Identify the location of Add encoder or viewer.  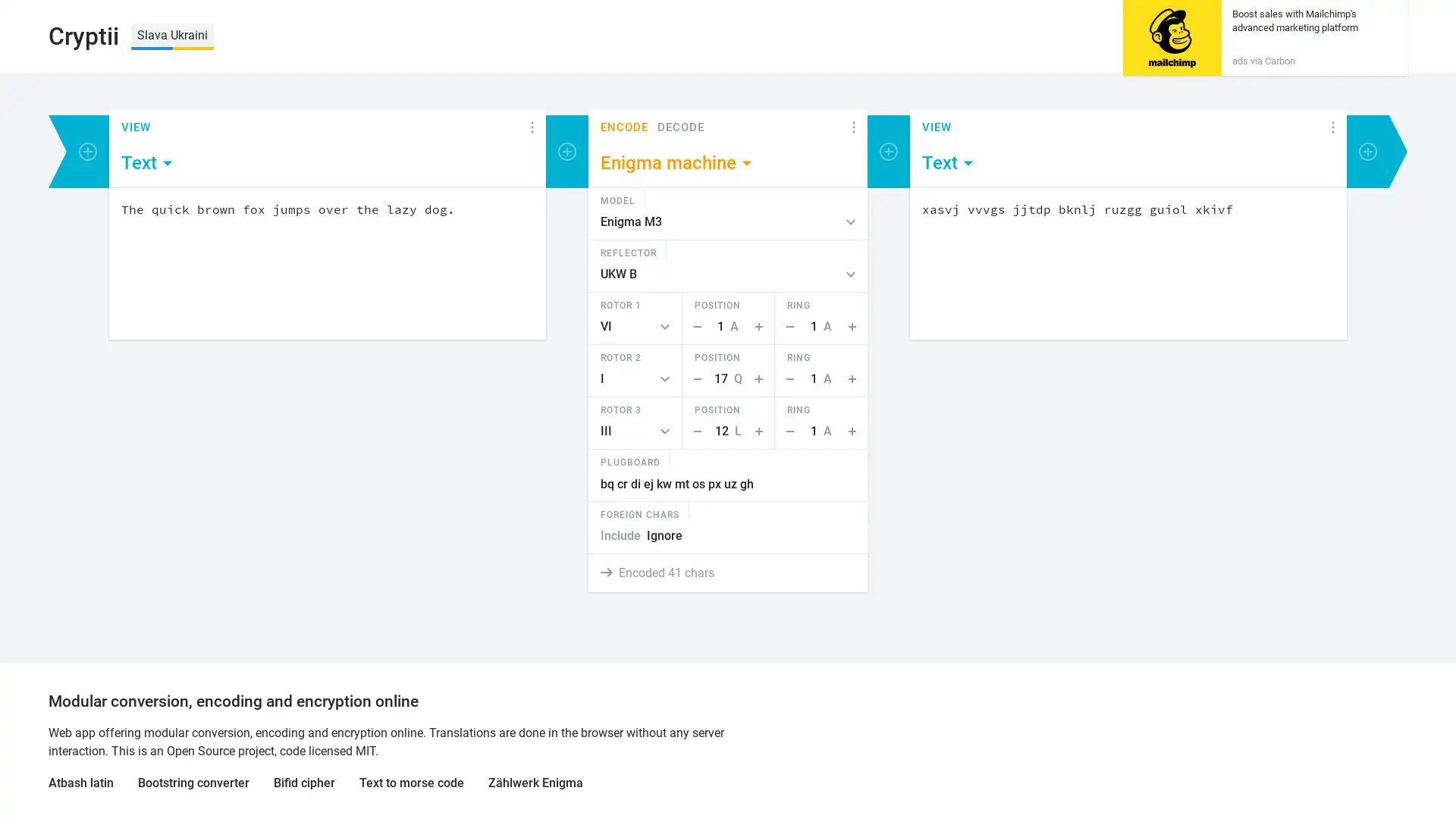
(888, 152).